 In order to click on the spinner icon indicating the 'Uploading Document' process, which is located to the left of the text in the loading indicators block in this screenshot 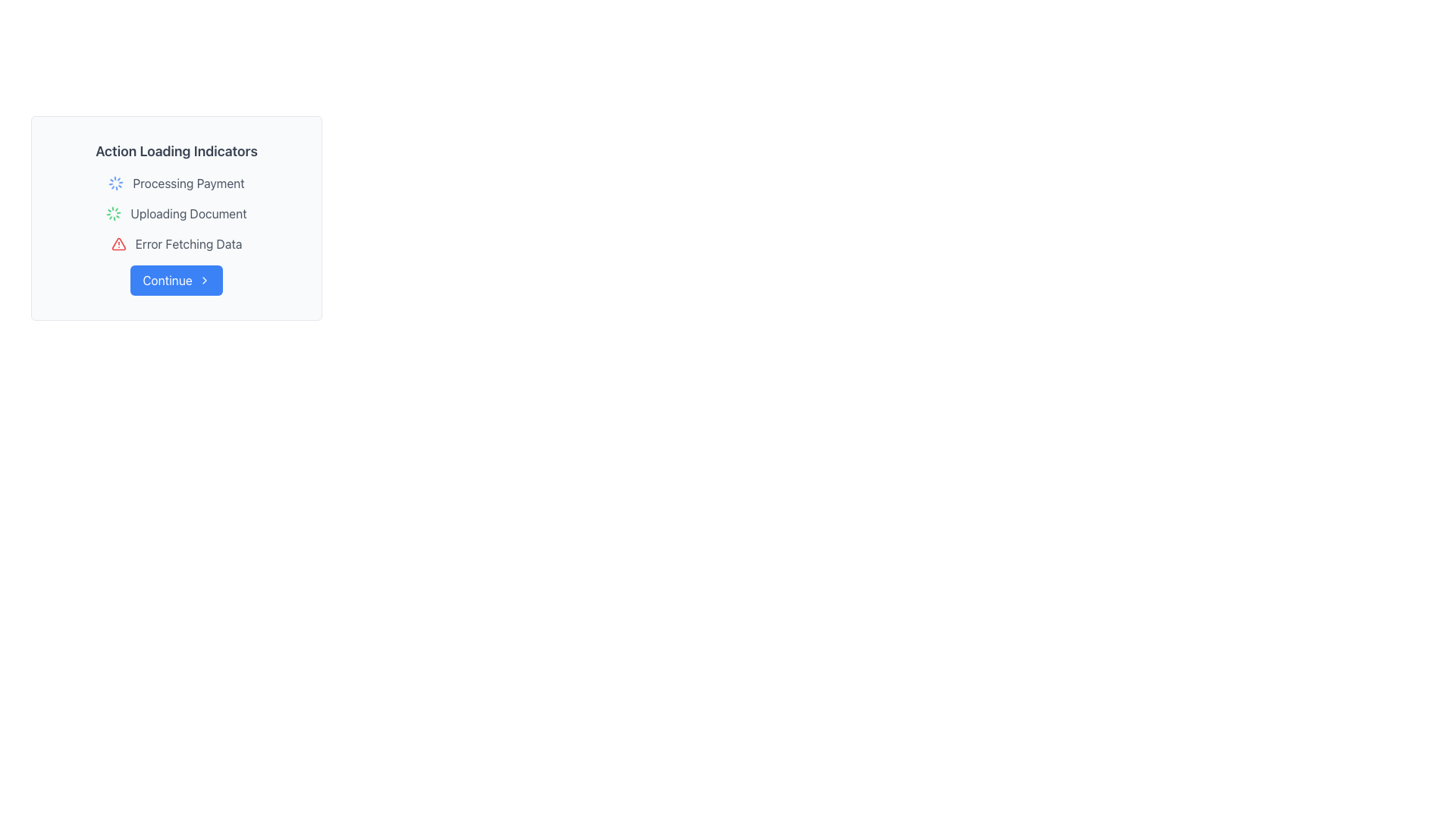, I will do `click(113, 213)`.